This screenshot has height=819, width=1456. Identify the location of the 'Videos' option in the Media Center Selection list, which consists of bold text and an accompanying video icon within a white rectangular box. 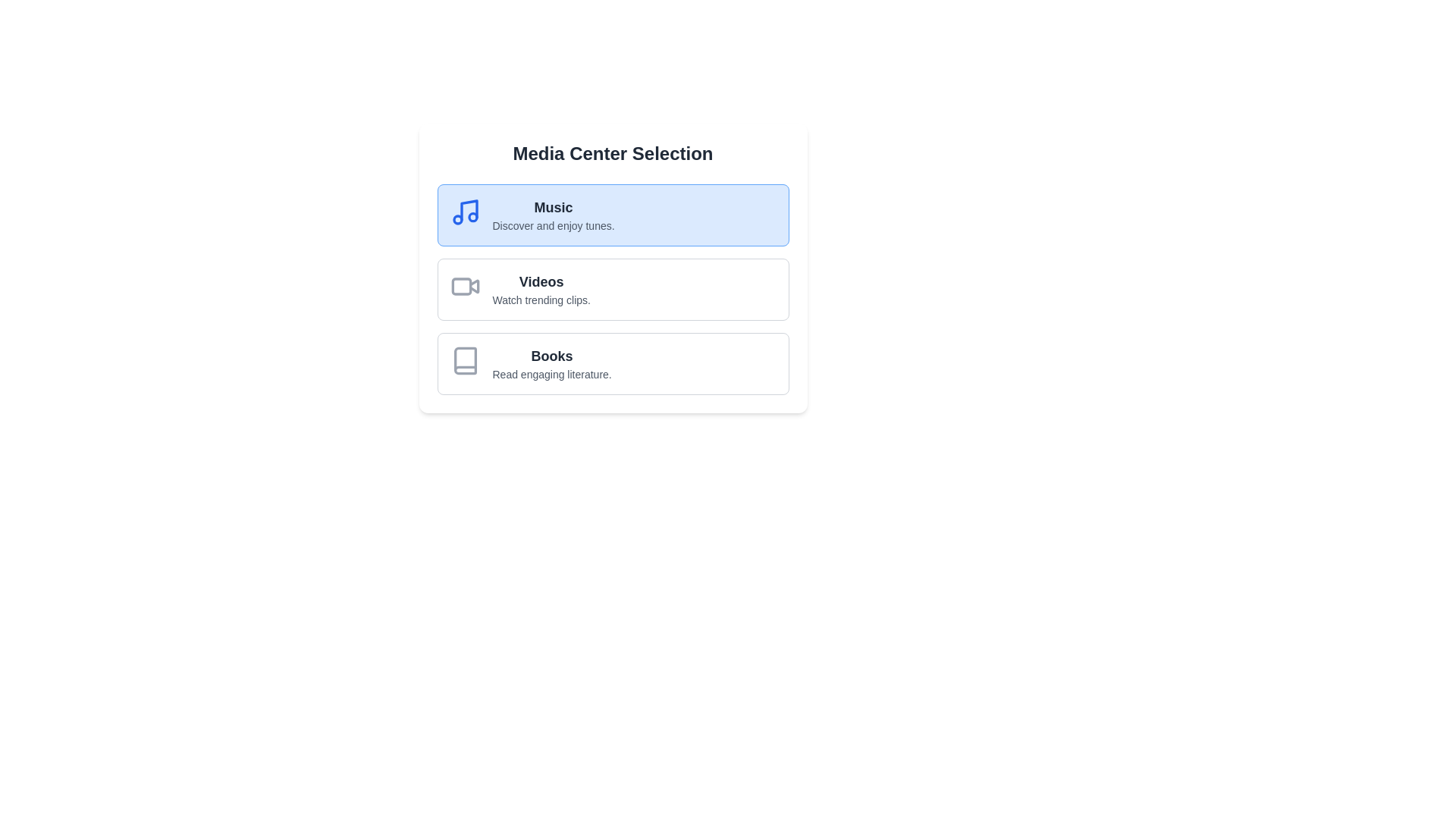
(541, 289).